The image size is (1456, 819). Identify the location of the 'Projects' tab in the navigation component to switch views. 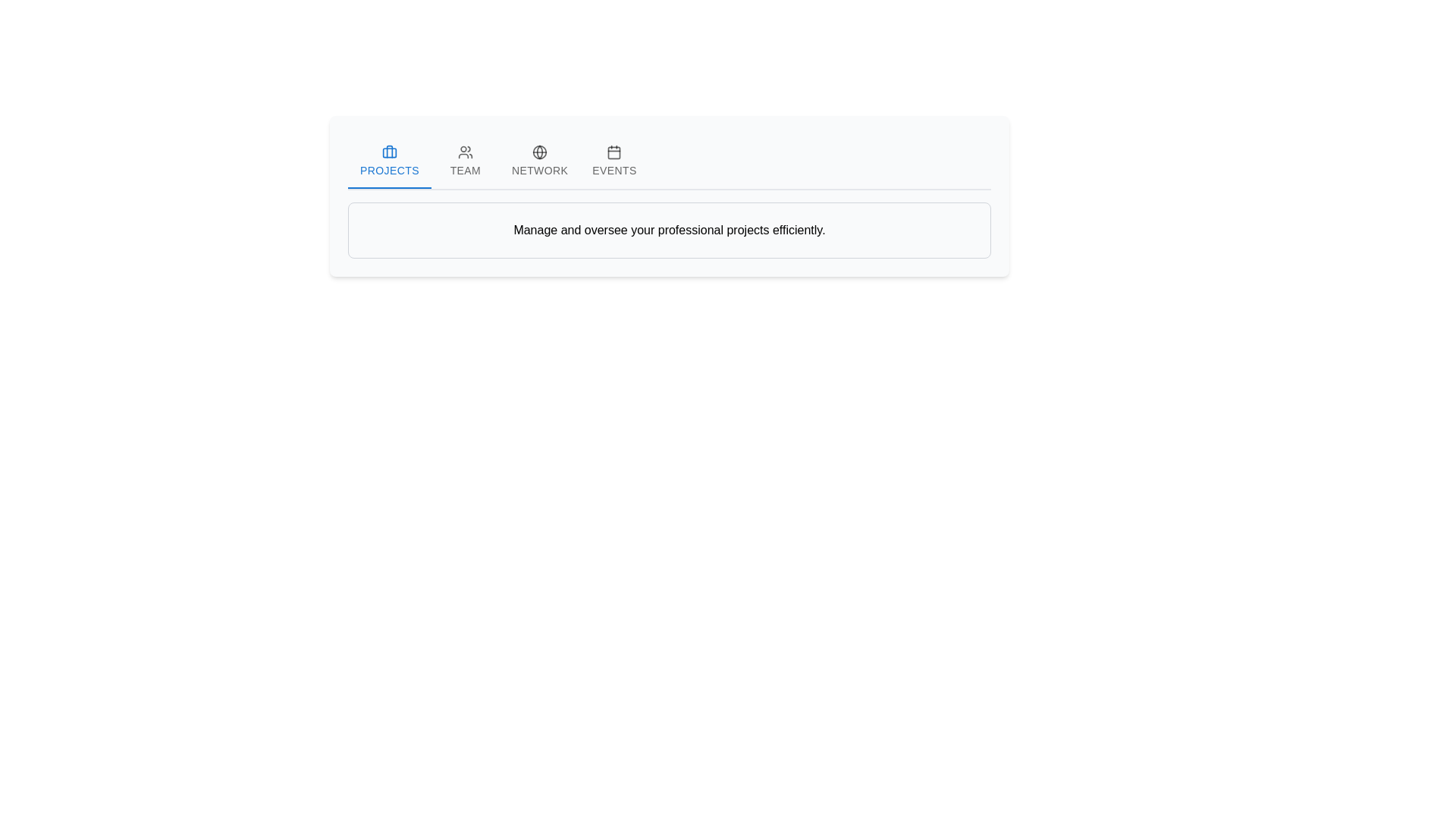
(669, 195).